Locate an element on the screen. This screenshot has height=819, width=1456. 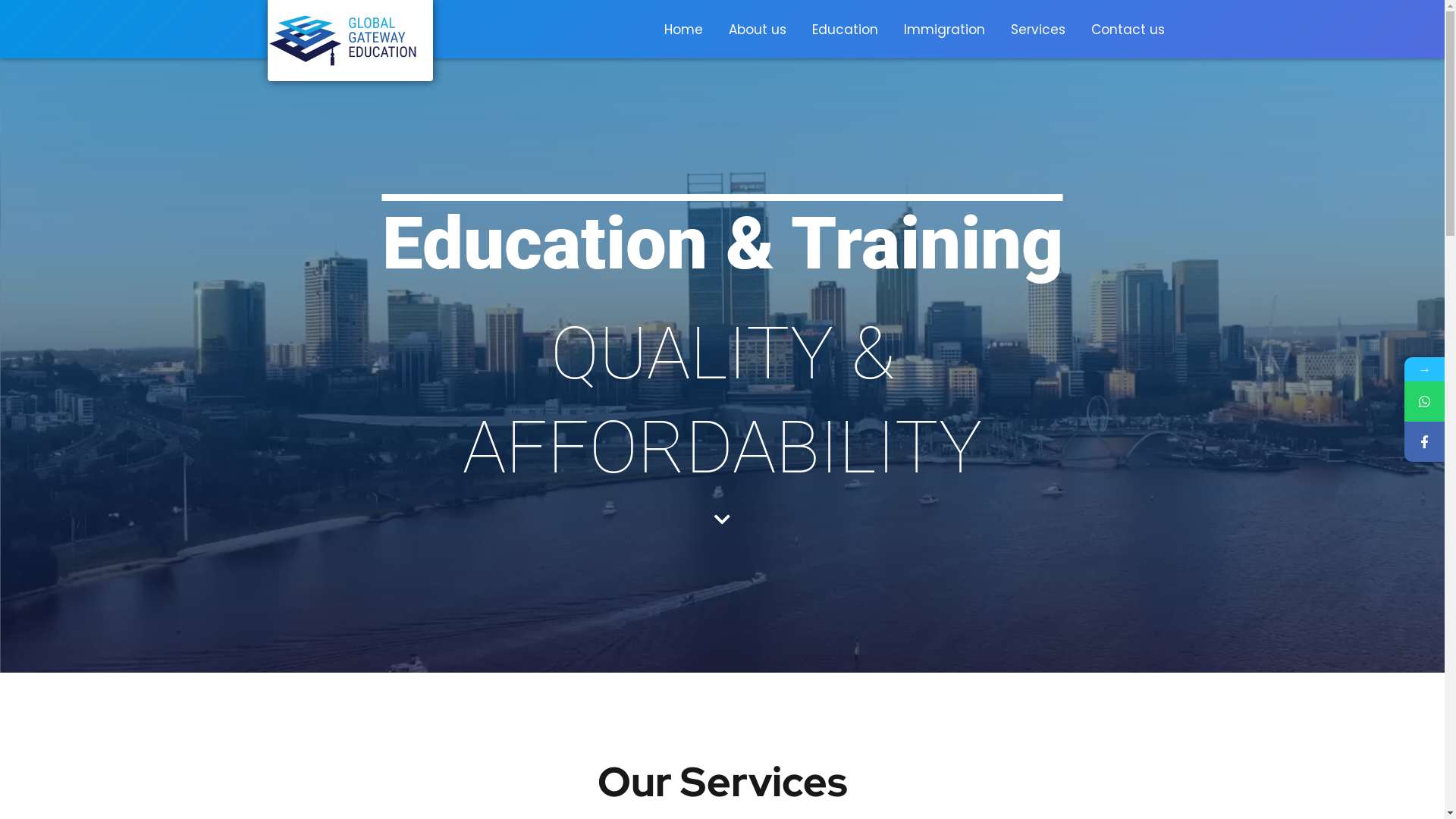
'Education' is located at coordinates (844, 29).